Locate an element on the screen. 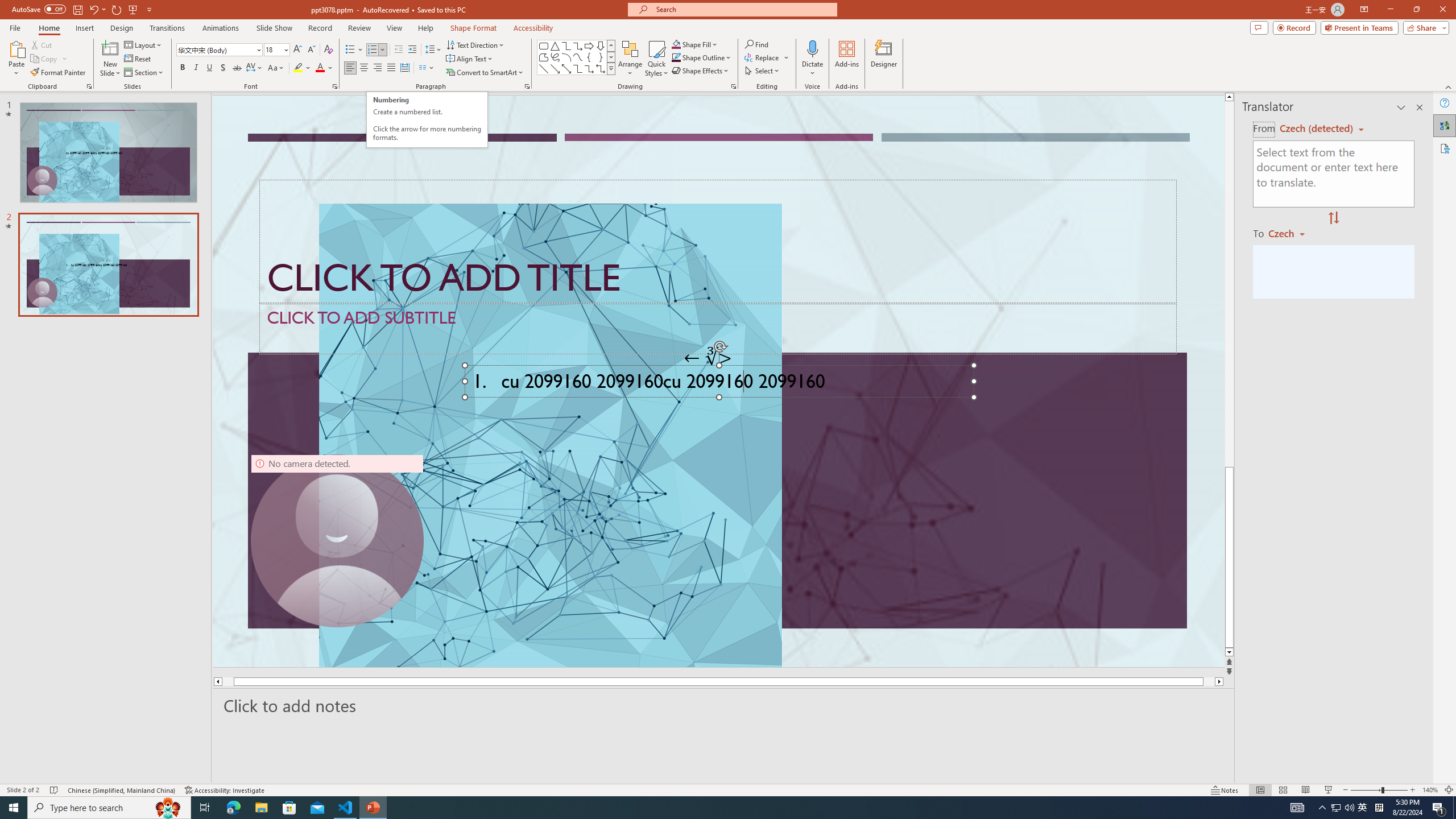  'TextBox 7' is located at coordinates (708, 357).